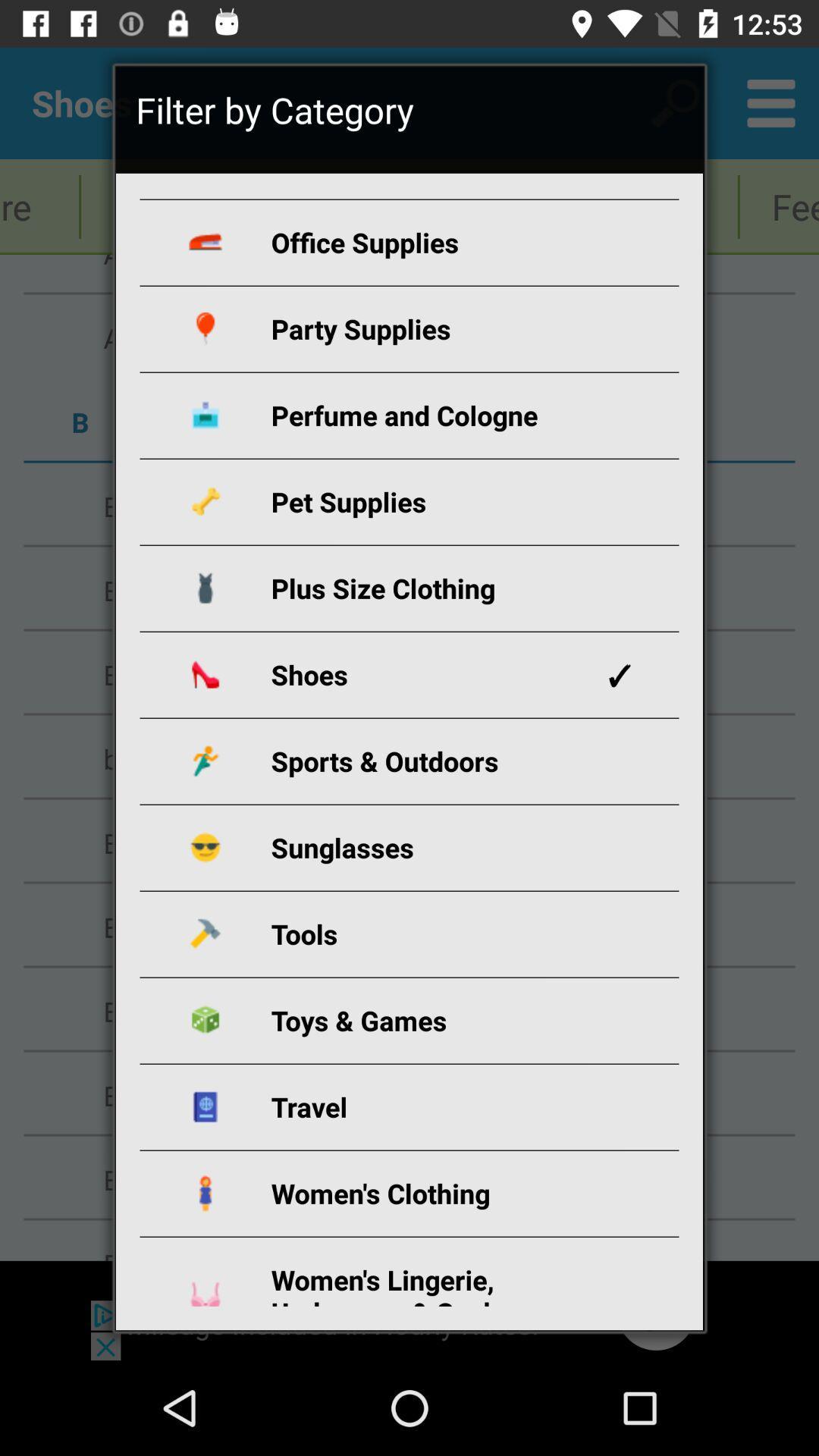  Describe the element at coordinates (427, 673) in the screenshot. I see `shoes app` at that location.